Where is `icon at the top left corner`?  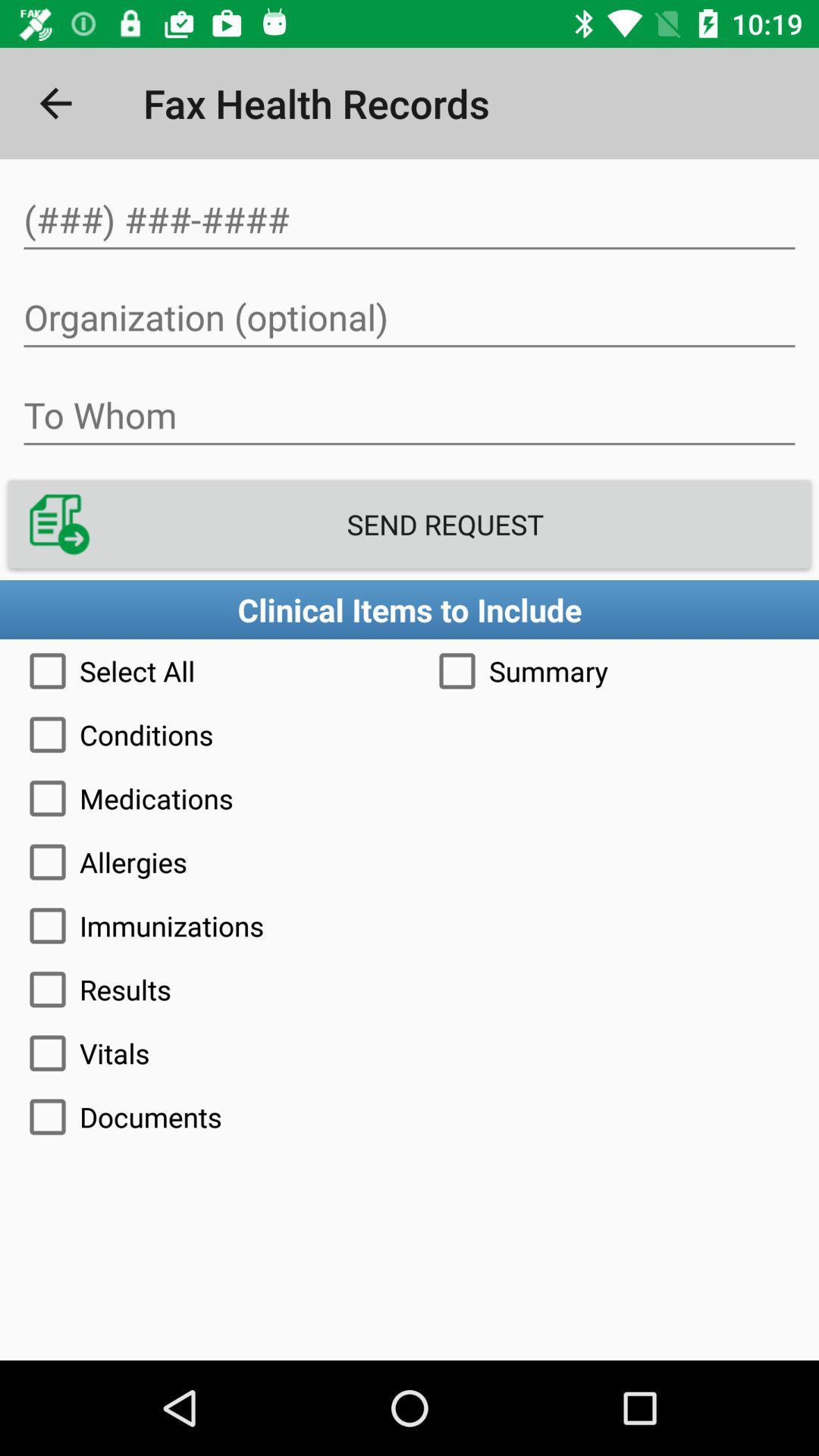 icon at the top left corner is located at coordinates (55, 102).